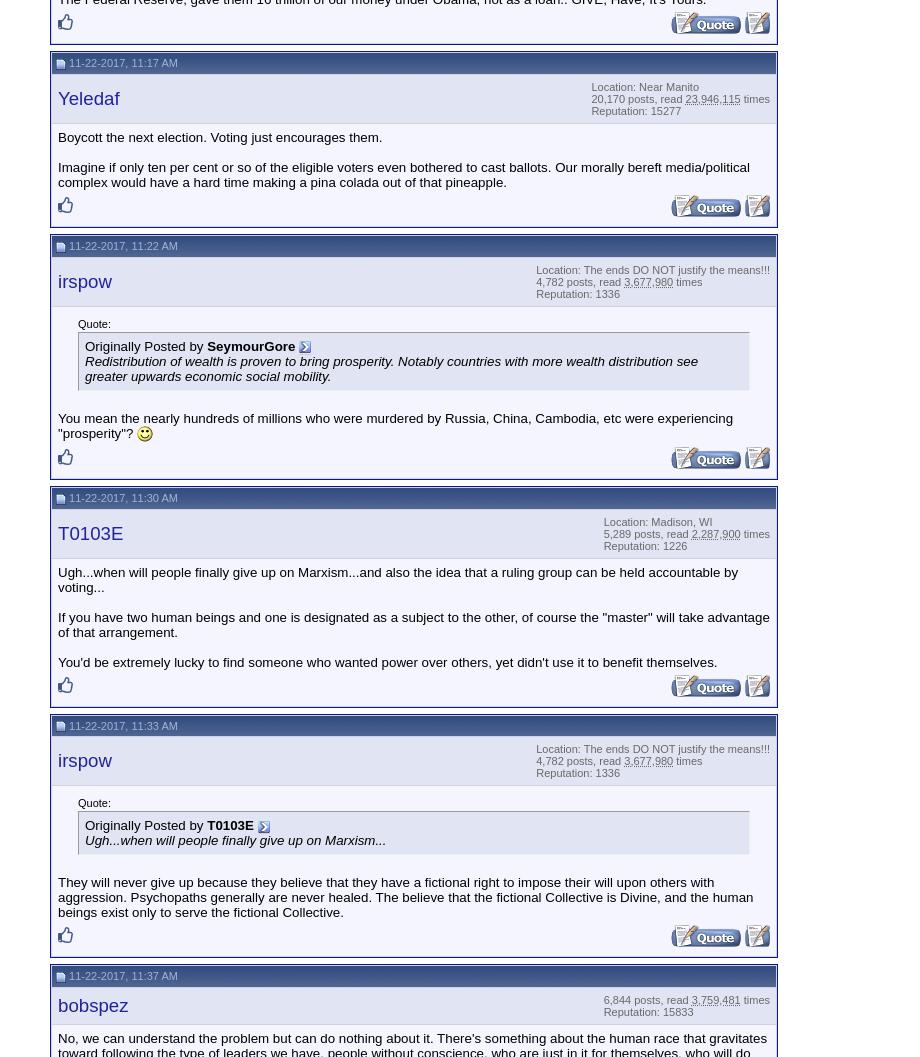 The width and height of the screenshot is (920, 1057). Describe the element at coordinates (684, 98) in the screenshot. I see `'23,946,115'` at that location.